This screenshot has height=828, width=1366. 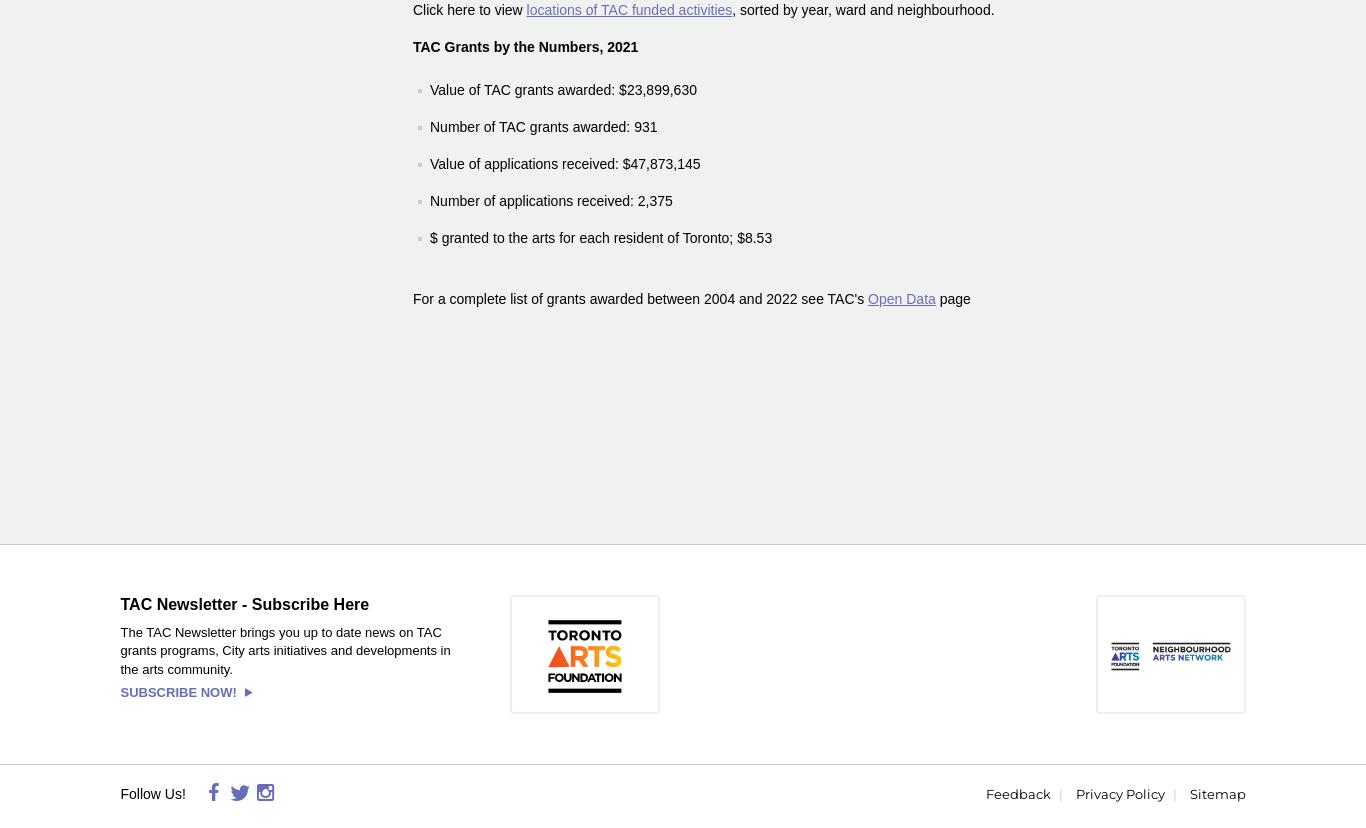 I want to click on 'Number of applications received: 2,375', so click(x=429, y=198).